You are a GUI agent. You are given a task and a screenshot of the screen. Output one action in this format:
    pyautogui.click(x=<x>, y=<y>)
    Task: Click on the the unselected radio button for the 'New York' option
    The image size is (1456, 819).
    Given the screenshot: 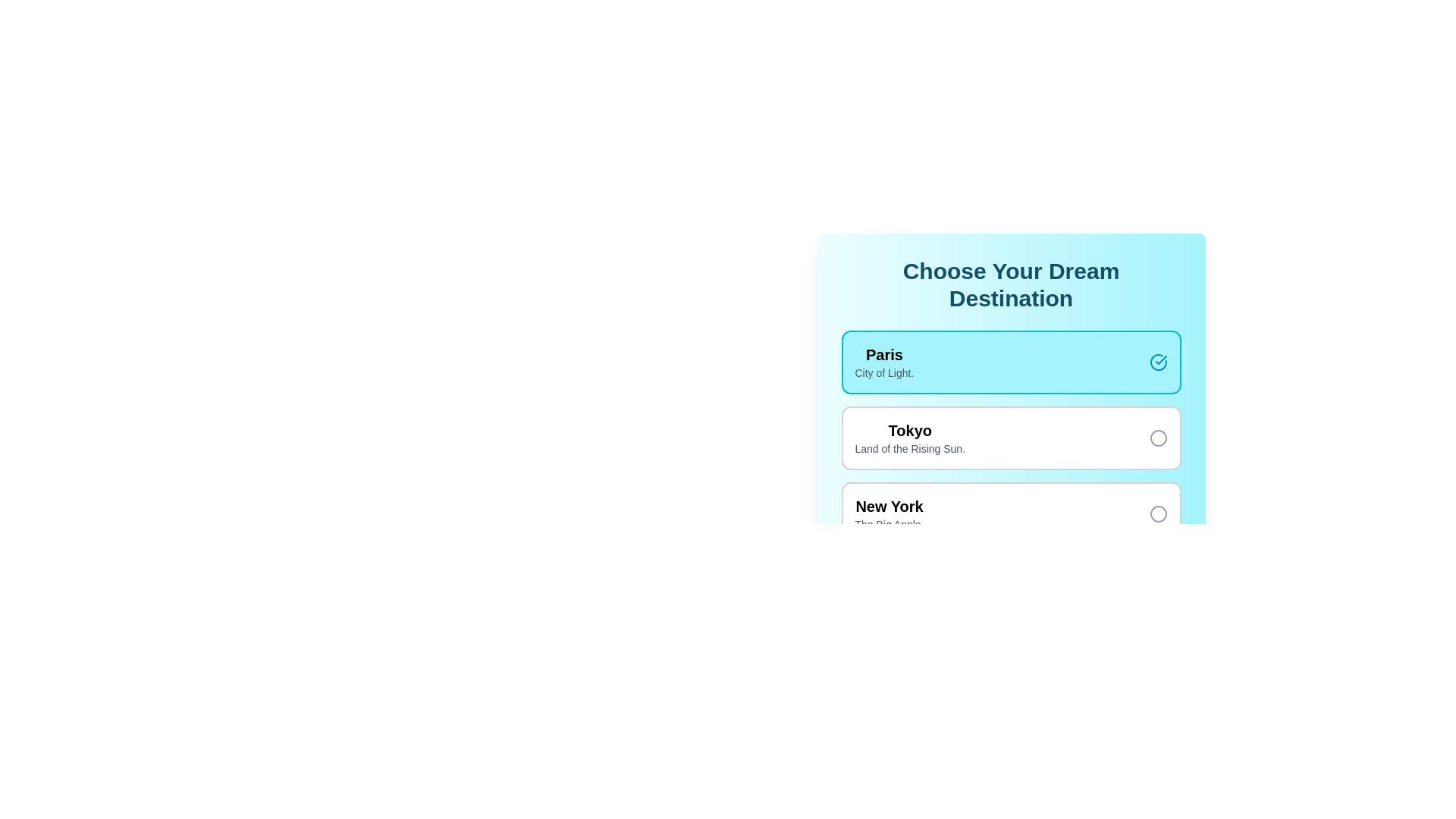 What is the action you would take?
    pyautogui.click(x=1157, y=513)
    